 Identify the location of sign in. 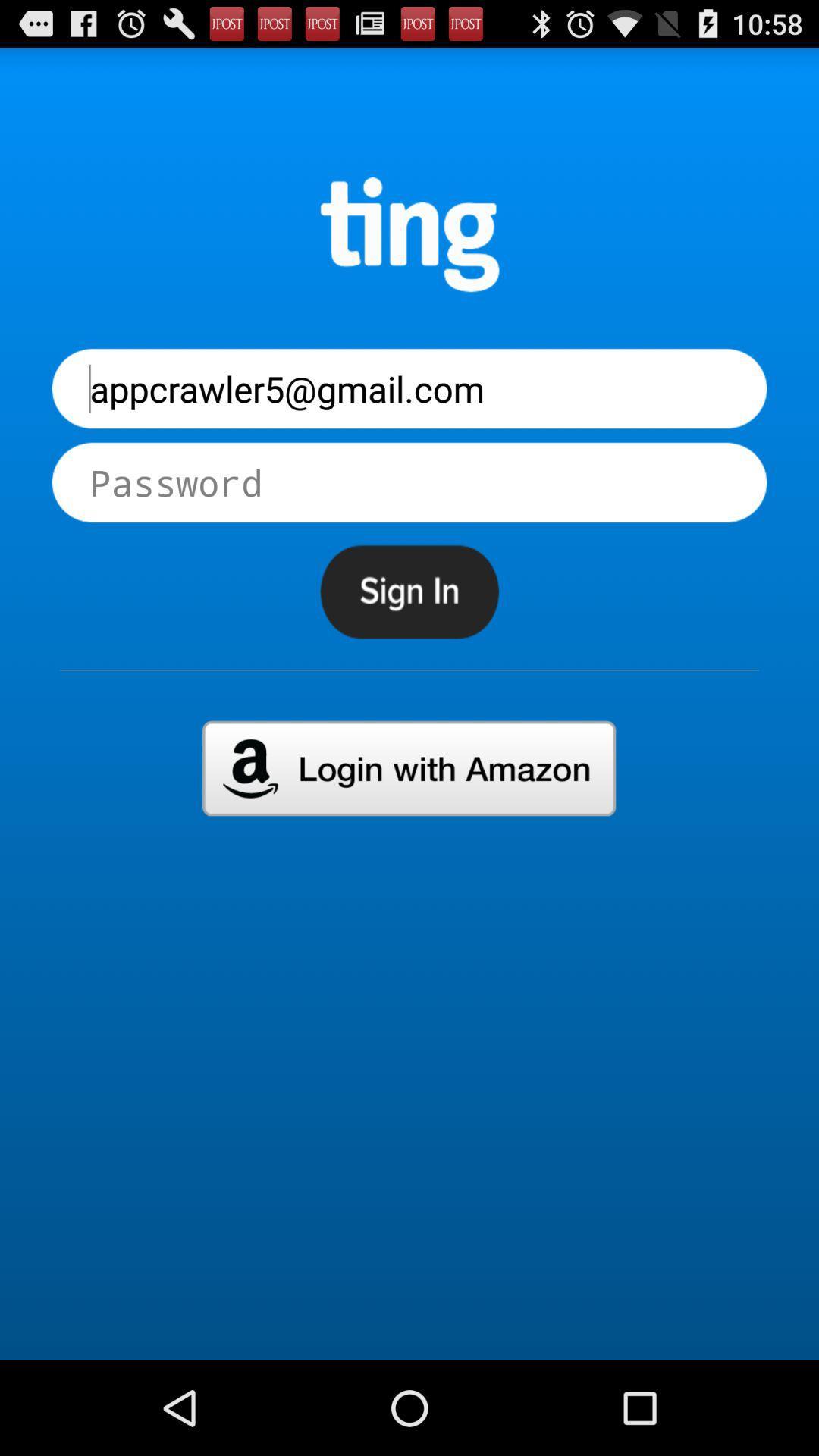
(408, 591).